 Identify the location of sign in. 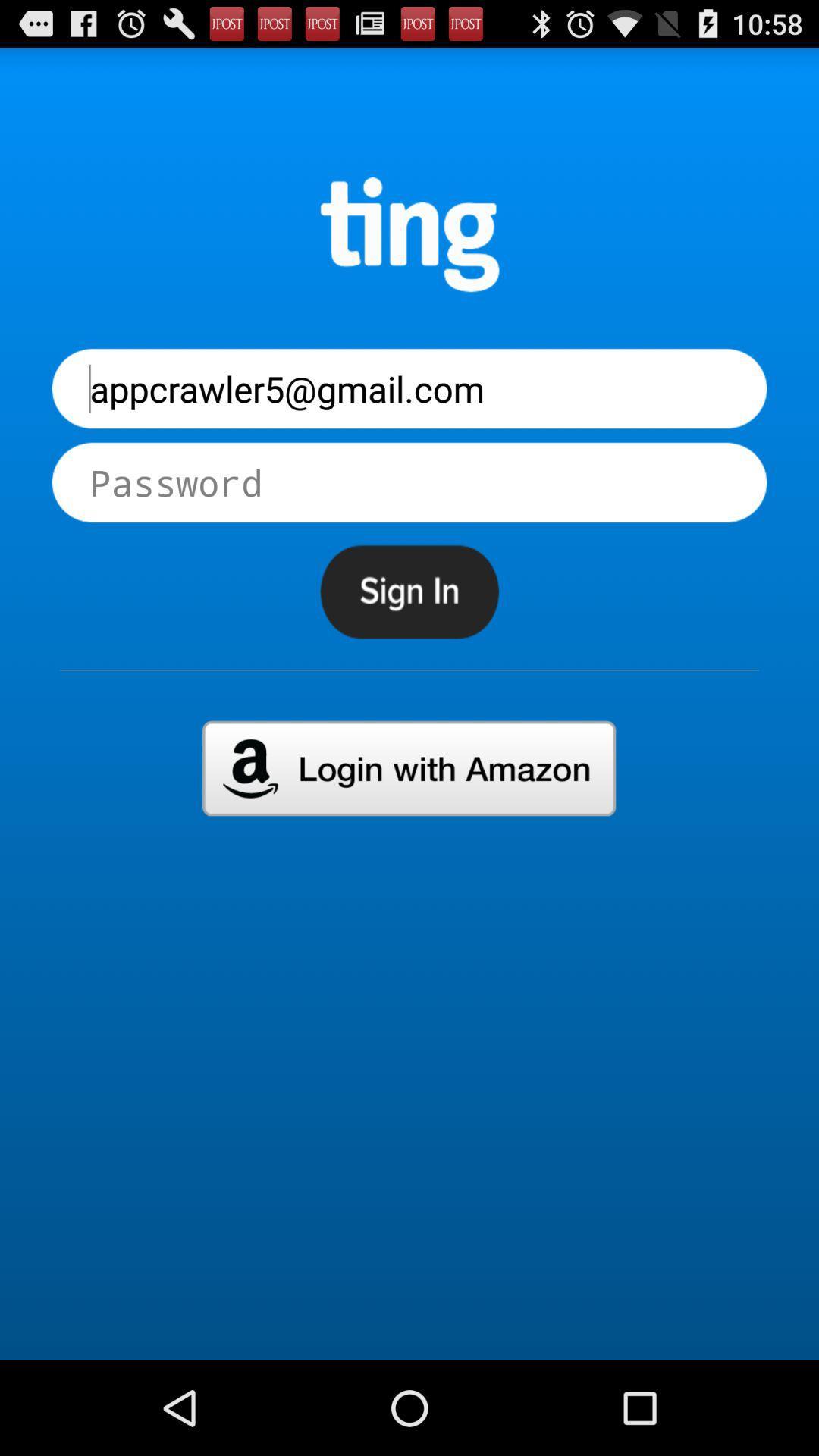
(408, 591).